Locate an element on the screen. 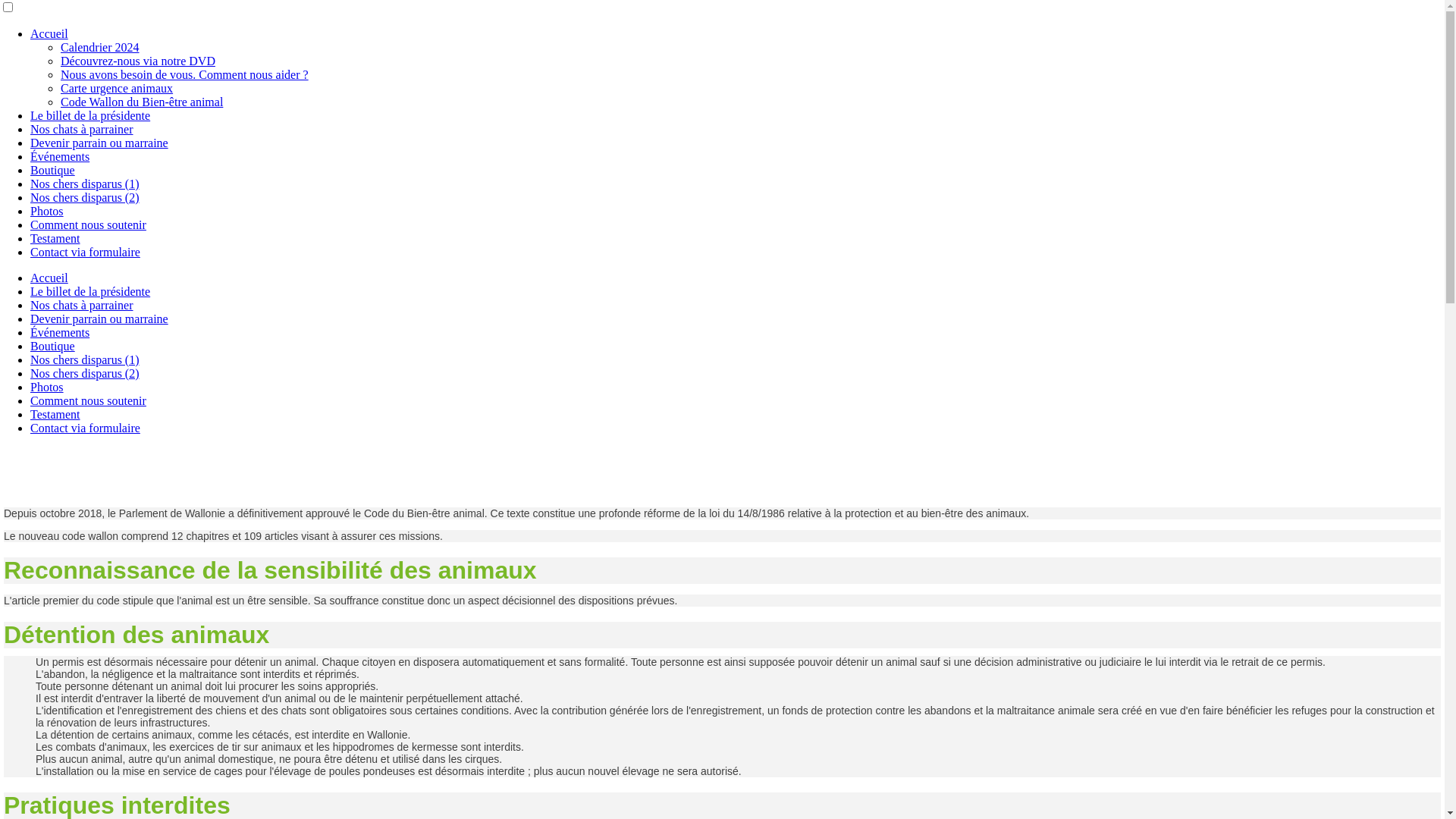  'Carte urgence animaux' is located at coordinates (115, 88).